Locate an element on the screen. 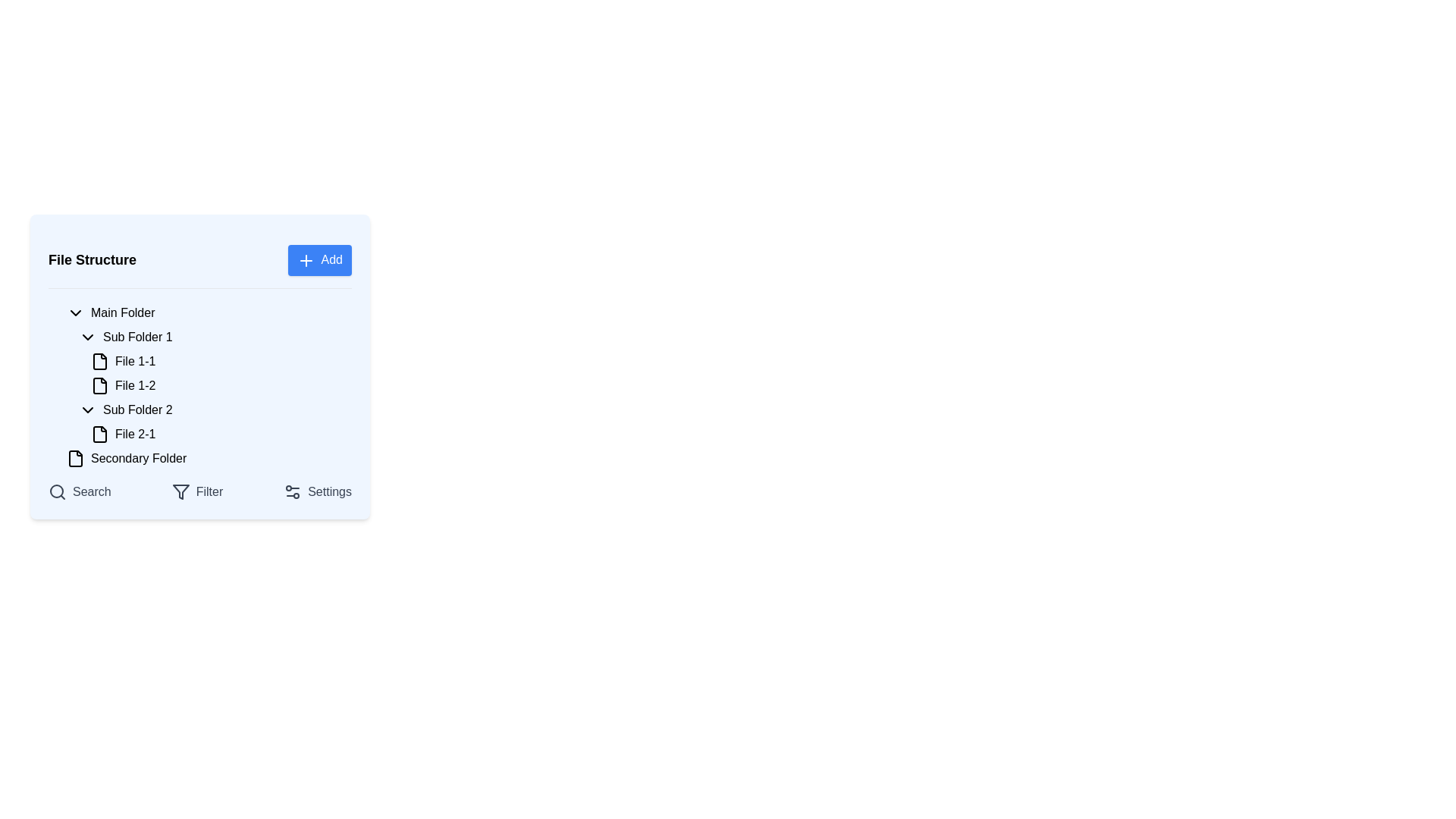 The width and height of the screenshot is (1456, 819). the label displaying 'File 1-1' is located at coordinates (135, 361).